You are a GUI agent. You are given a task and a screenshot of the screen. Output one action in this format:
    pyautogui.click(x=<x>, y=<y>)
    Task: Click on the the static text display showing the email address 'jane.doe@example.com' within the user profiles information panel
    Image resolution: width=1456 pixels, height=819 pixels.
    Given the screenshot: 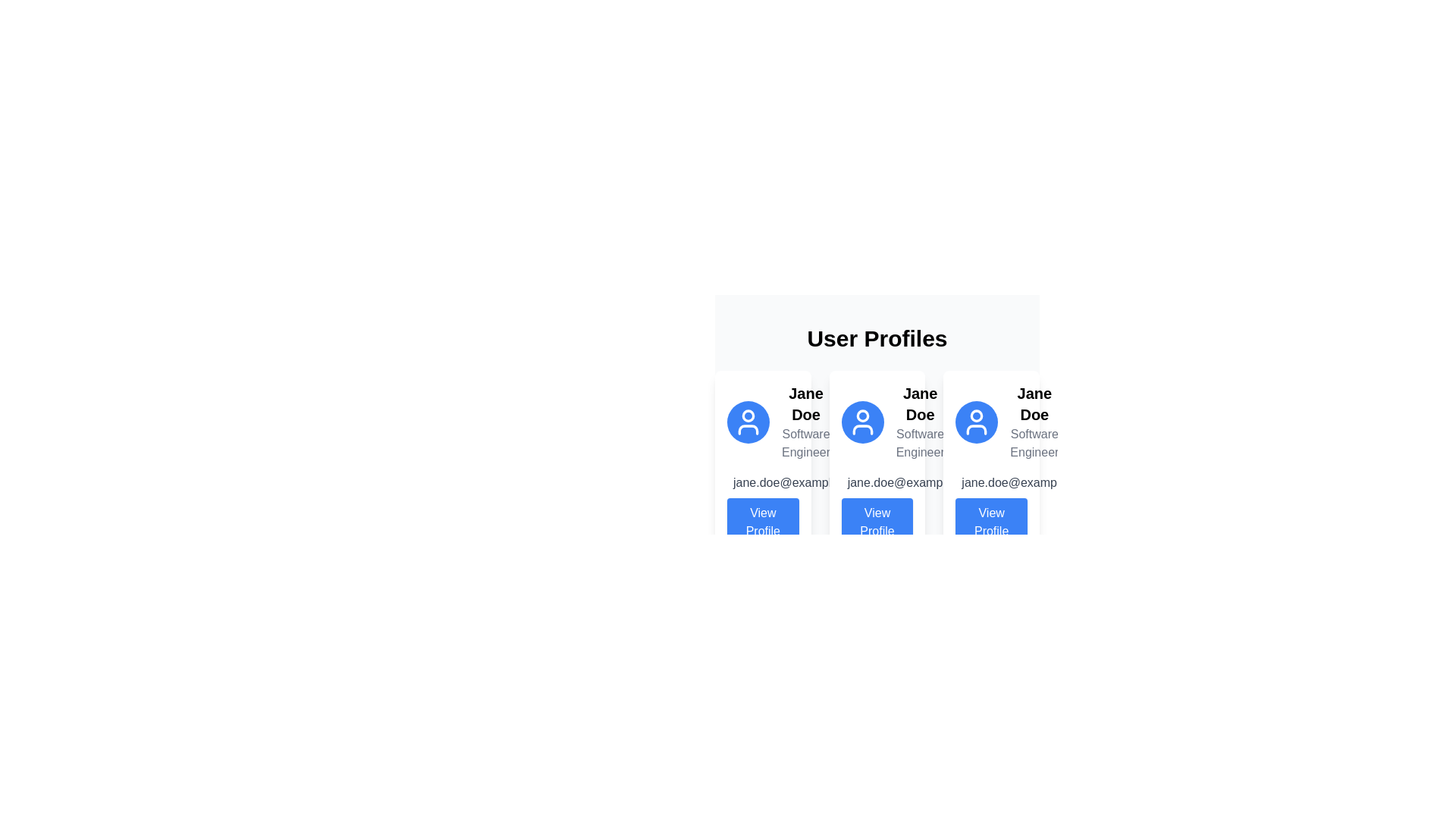 What is the action you would take?
    pyautogui.click(x=763, y=482)
    